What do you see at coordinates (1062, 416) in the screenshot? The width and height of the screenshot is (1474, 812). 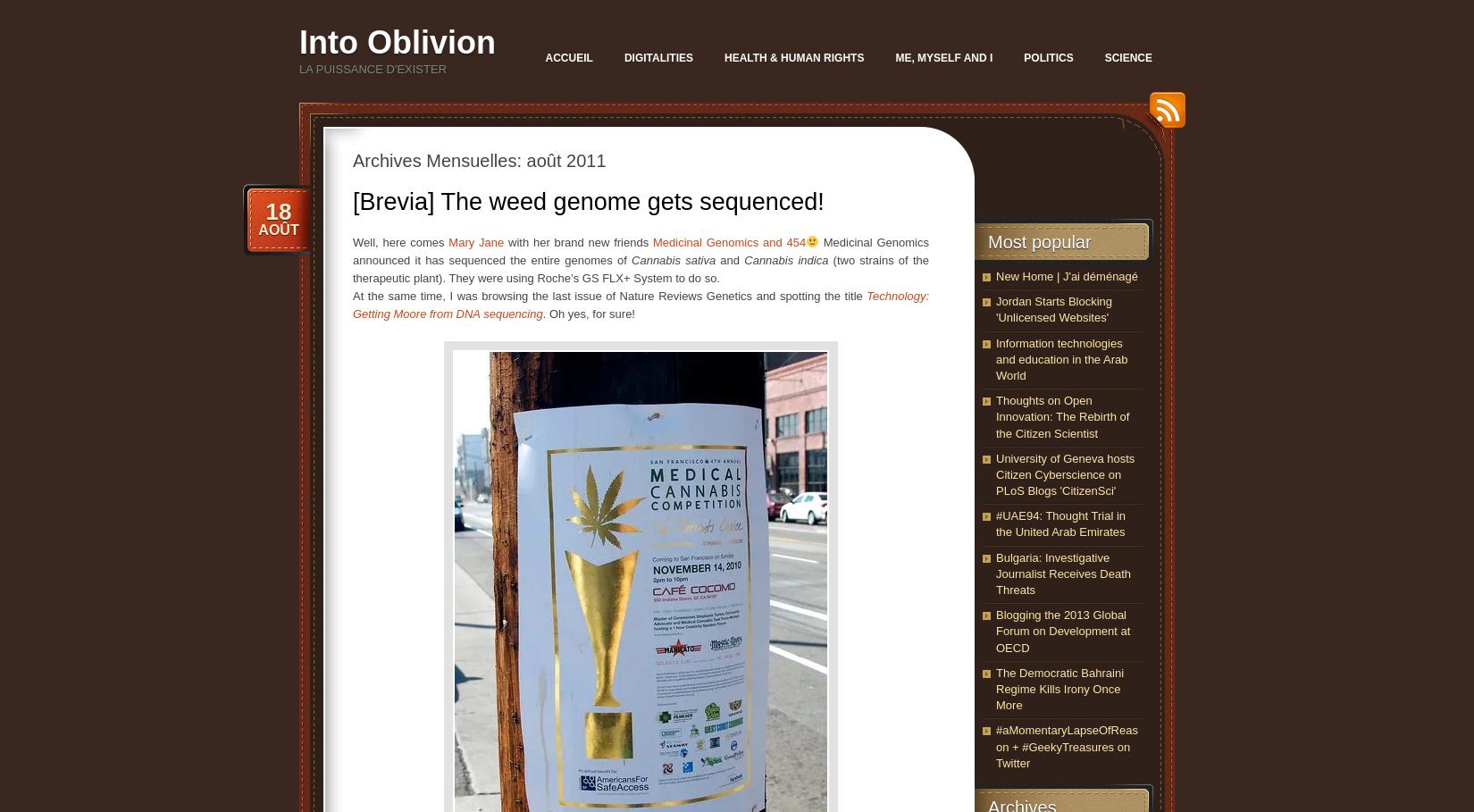 I see `'Thoughts on Open Innovation: The Rebirth of the Citizen Scientist'` at bounding box center [1062, 416].